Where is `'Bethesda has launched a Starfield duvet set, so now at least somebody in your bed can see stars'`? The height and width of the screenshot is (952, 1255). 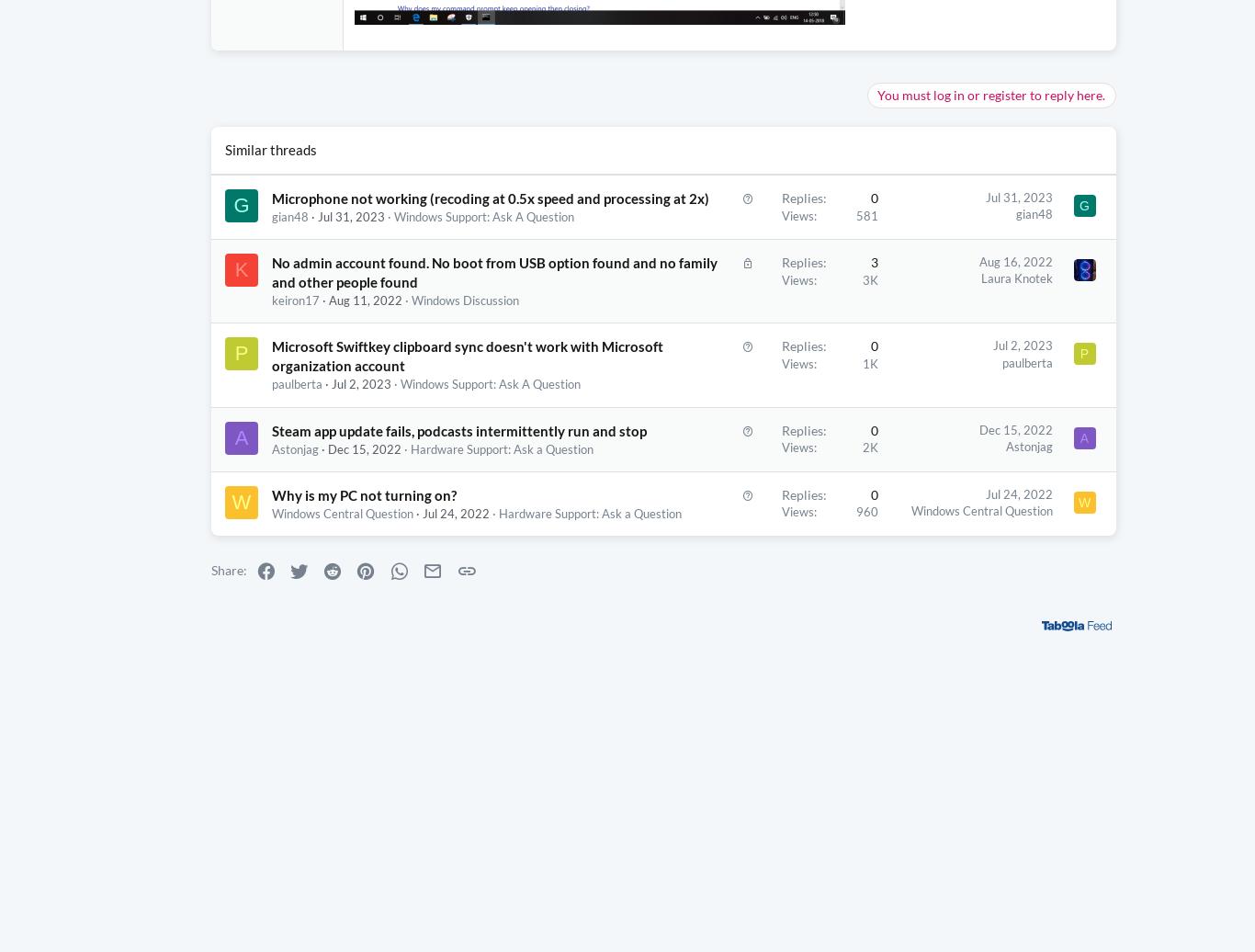 'Bethesda has launched a Starfield duvet set, so now at least somebody in your bed can see stars' is located at coordinates (1111, 694).